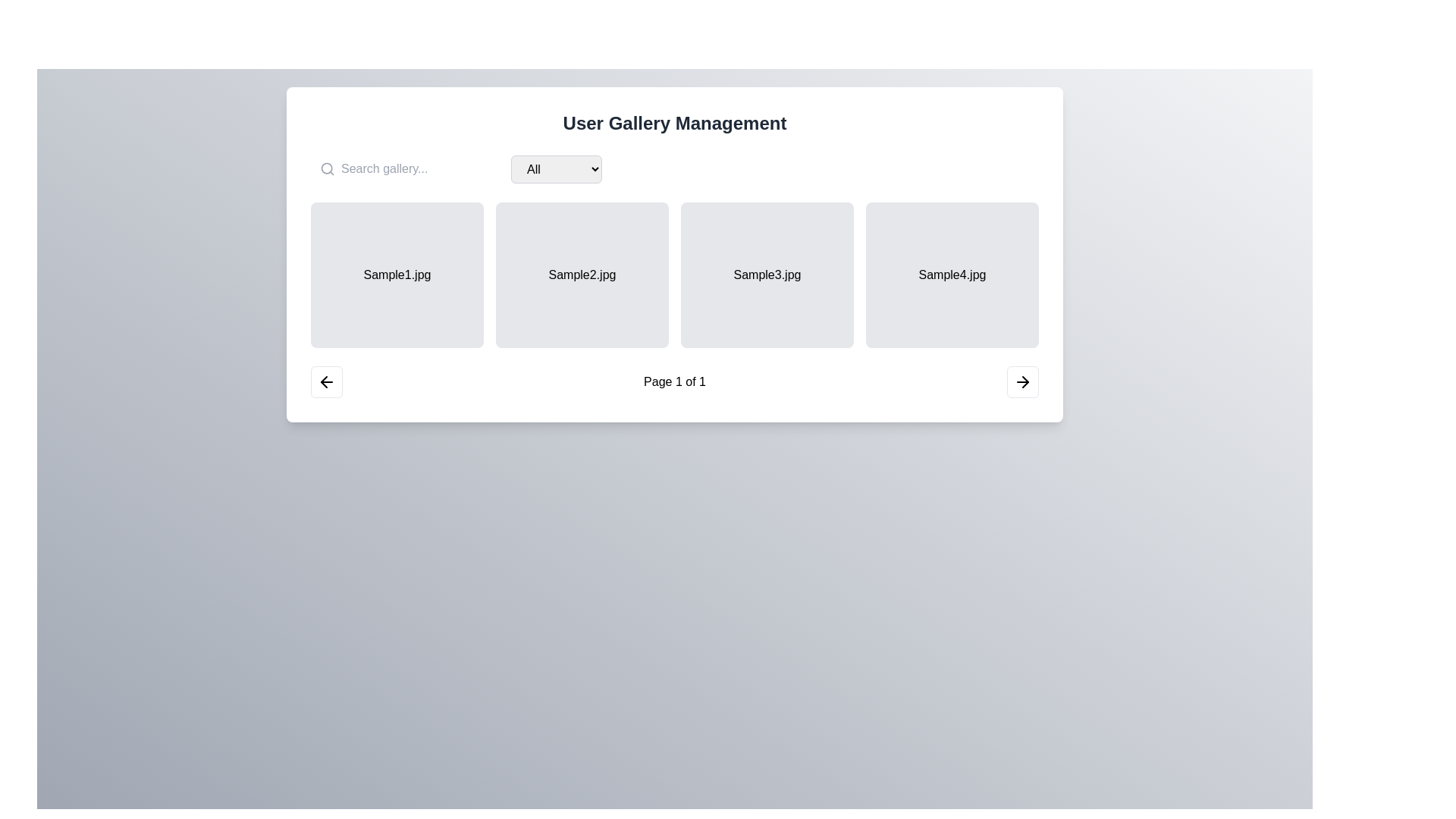 The image size is (1456, 819). Describe the element at coordinates (1022, 381) in the screenshot. I see `the pagination button with a right-pointing arrow icon located at the bottom-right corner of the layout` at that location.